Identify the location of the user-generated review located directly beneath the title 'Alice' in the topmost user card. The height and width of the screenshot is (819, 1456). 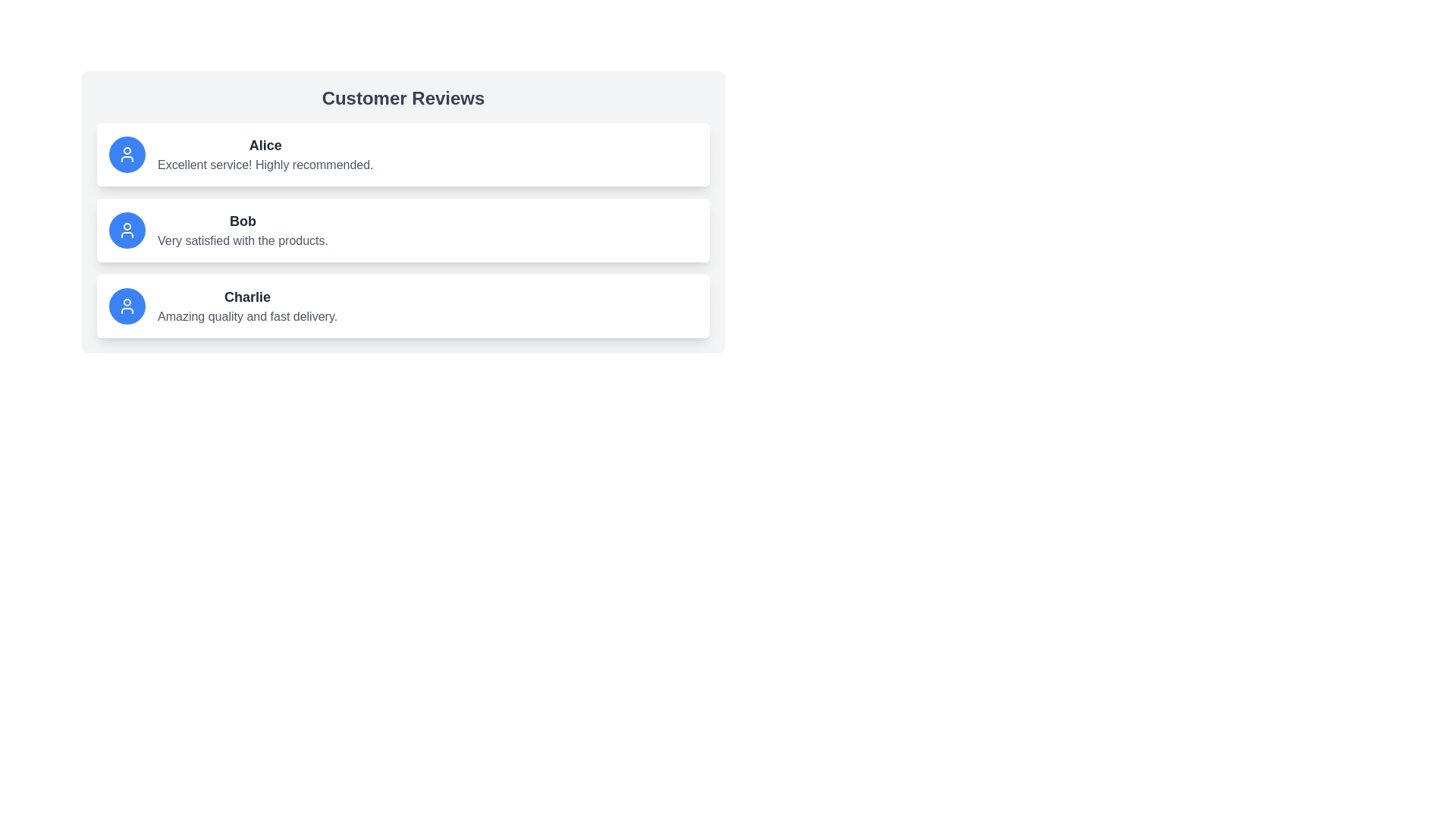
(265, 165).